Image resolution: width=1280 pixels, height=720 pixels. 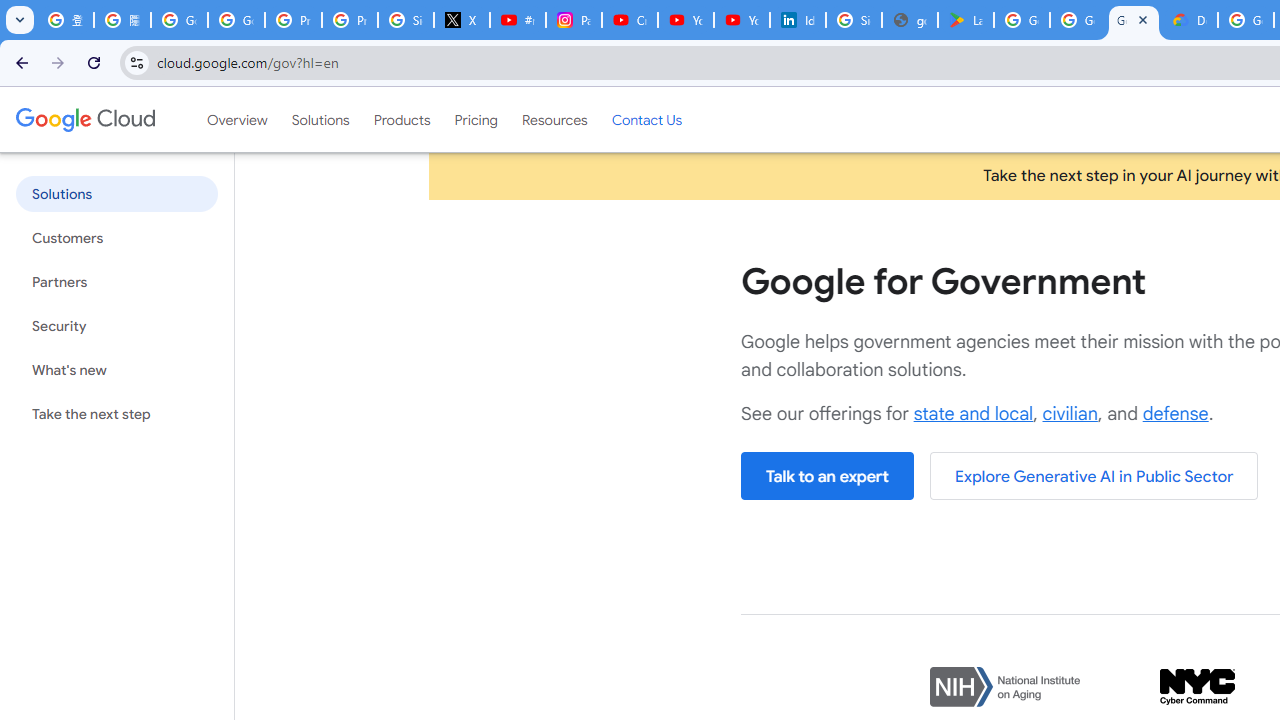 What do you see at coordinates (115, 282) in the screenshot?
I see `'Partners'` at bounding box center [115, 282].